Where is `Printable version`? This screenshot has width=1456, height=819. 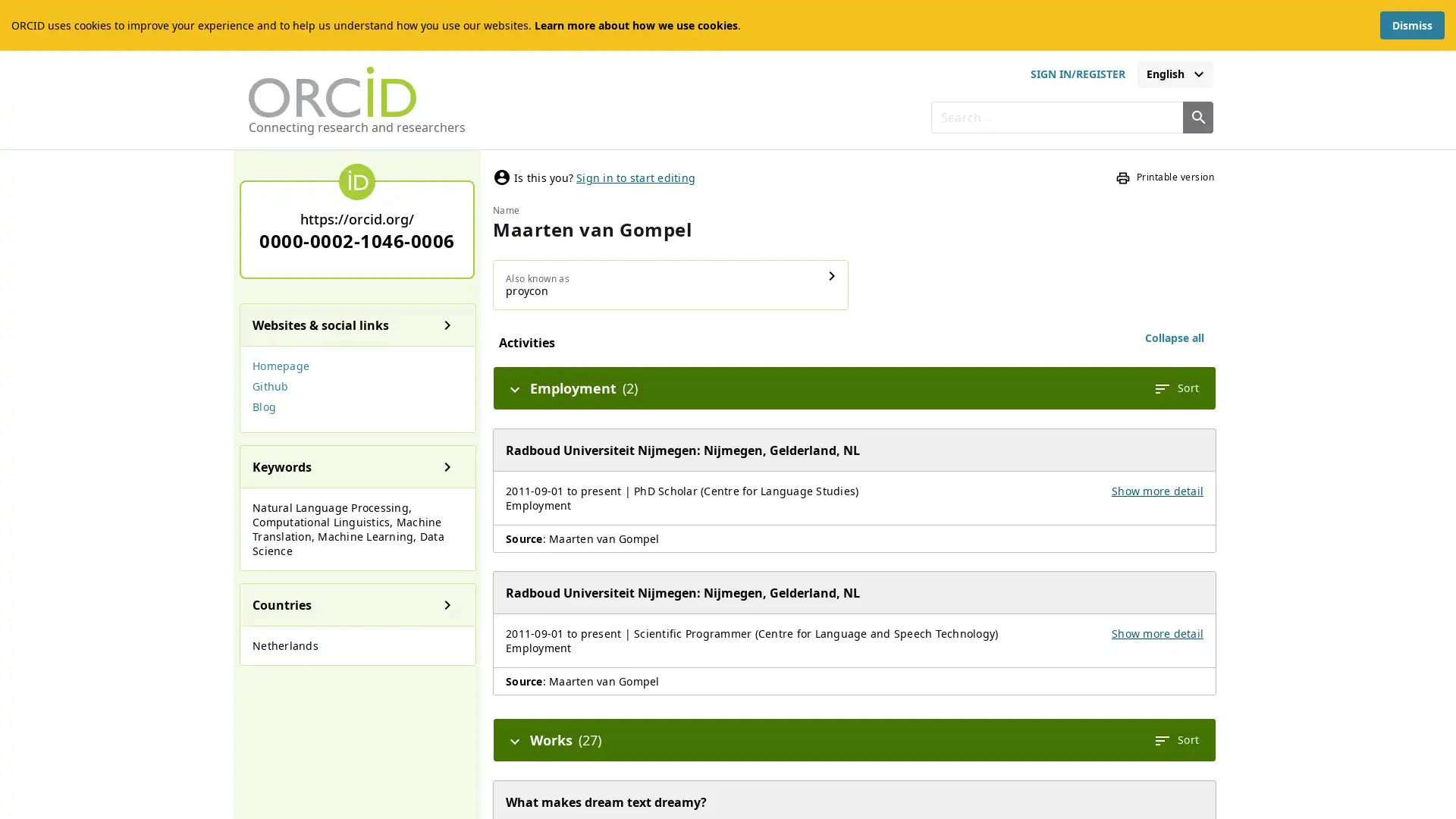
Printable version is located at coordinates (1164, 177).